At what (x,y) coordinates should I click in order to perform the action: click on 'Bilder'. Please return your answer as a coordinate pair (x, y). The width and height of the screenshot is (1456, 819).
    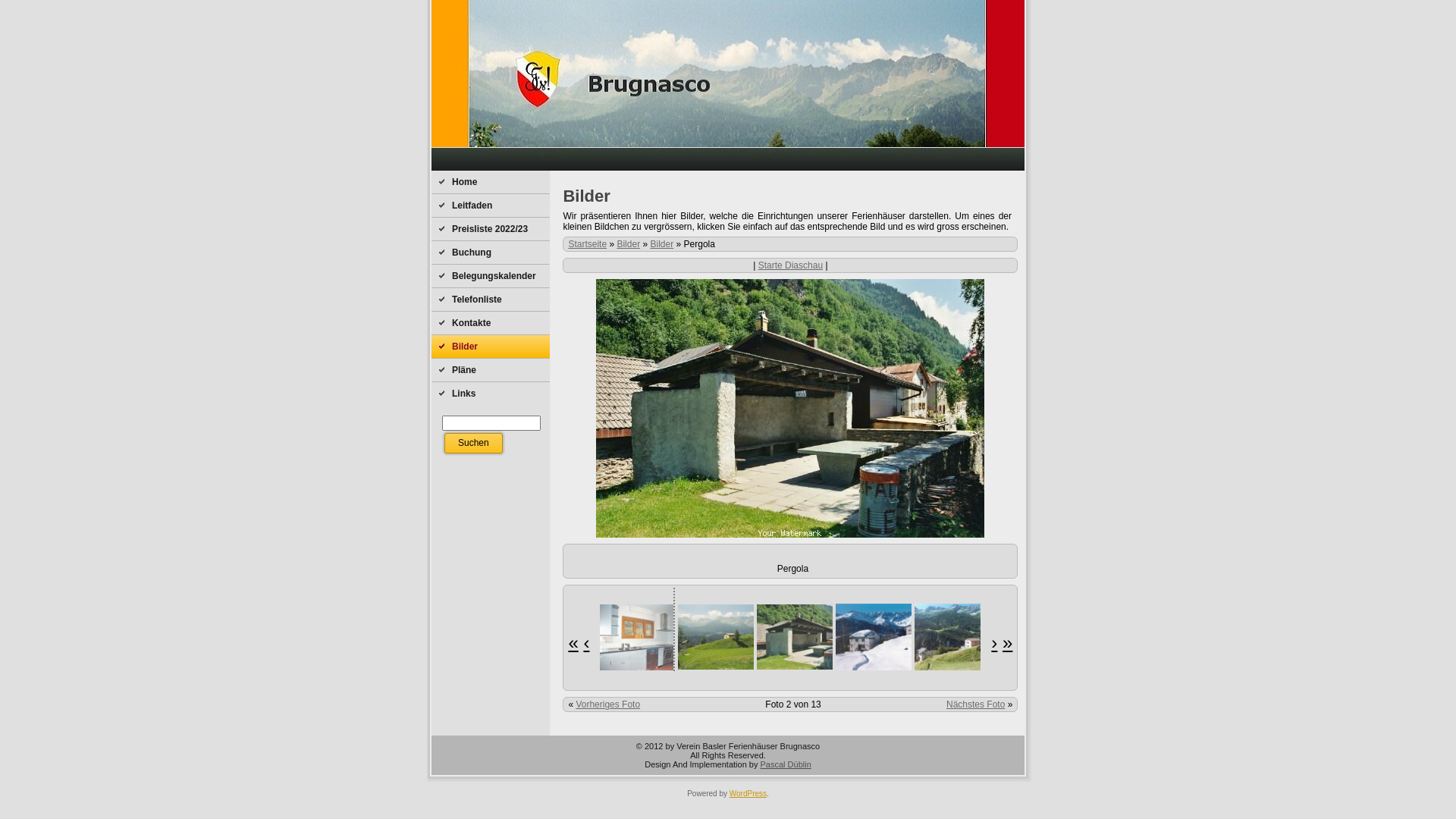
    Looking at the image, I should click on (628, 243).